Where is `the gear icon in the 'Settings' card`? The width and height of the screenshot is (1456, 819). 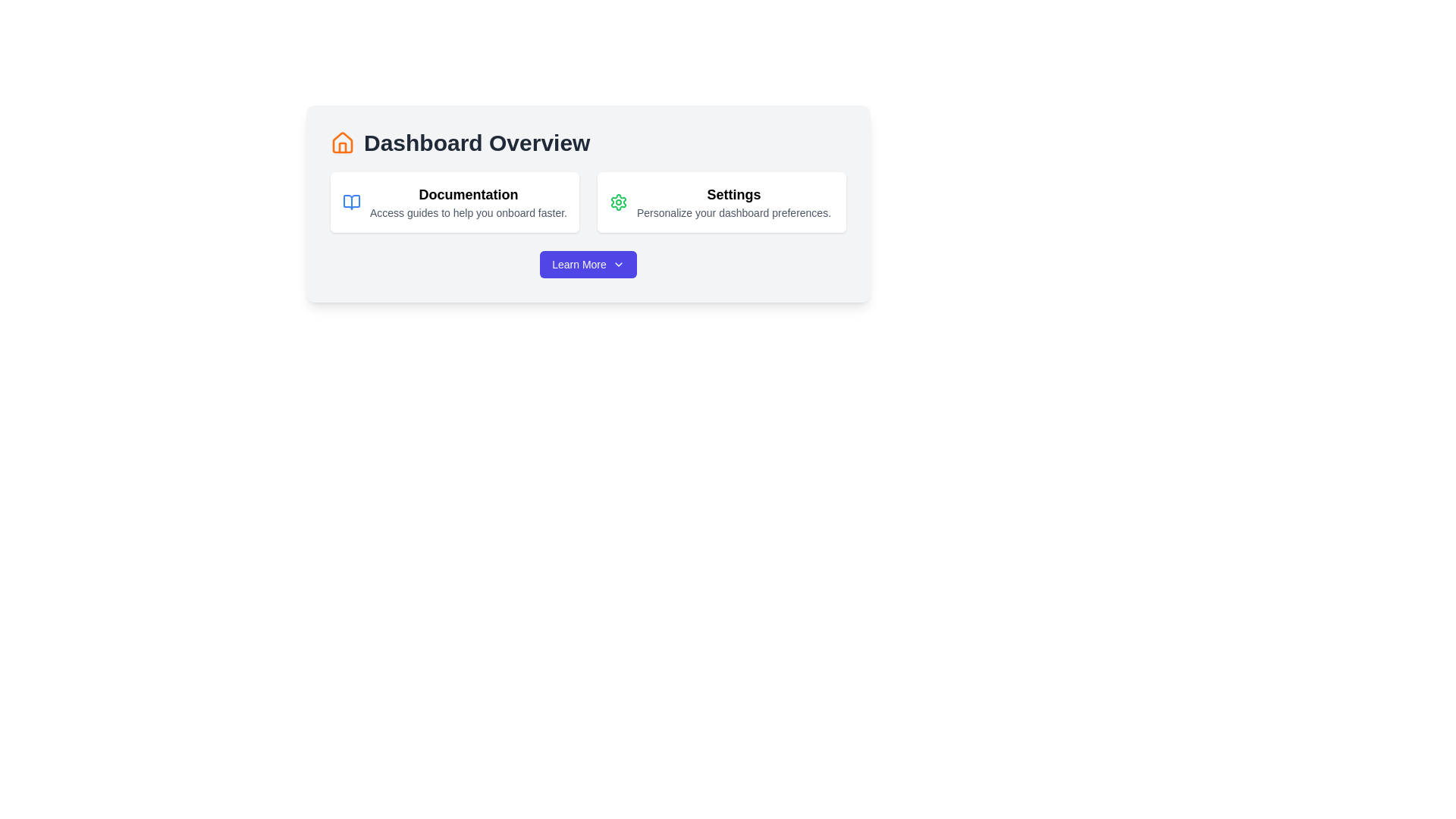
the gear icon in the 'Settings' card is located at coordinates (619, 201).